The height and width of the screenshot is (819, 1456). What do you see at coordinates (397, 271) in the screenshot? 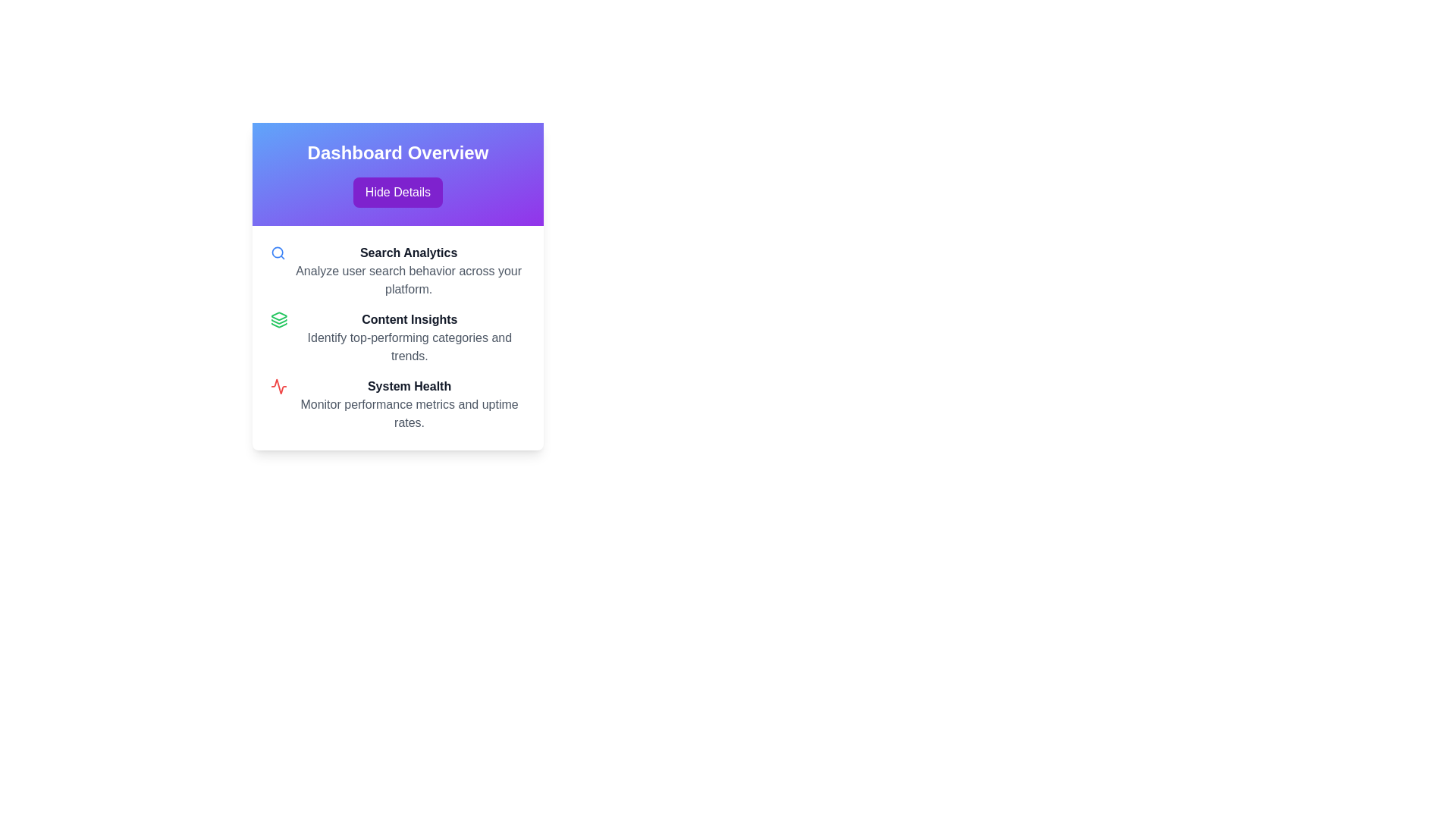
I see `the informational block containing a blue search icon and the text 'Search Analytics' followed by 'Analyze user search behavior across your platform.'` at bounding box center [397, 271].